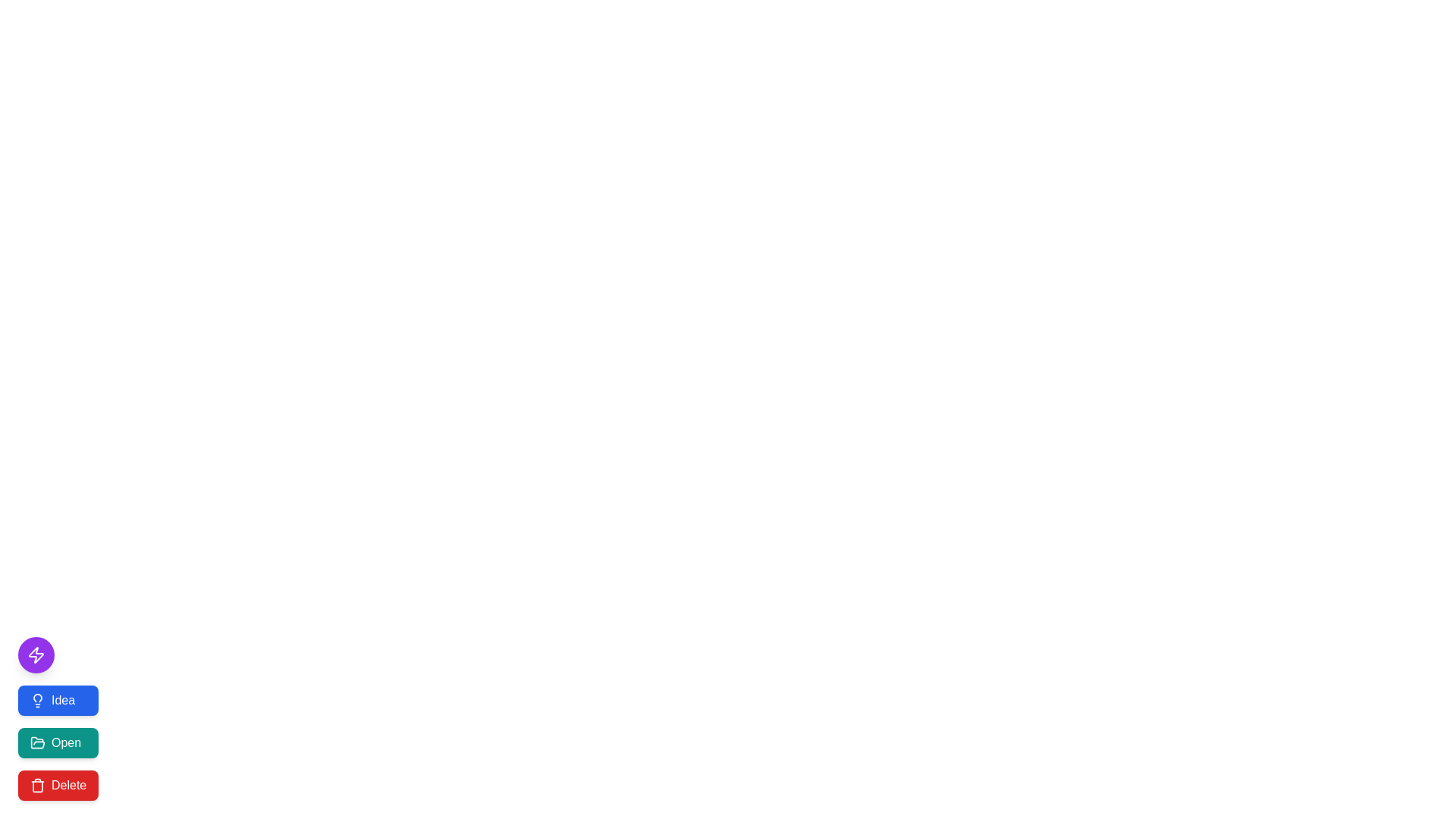 Image resolution: width=1456 pixels, height=819 pixels. What do you see at coordinates (37, 742) in the screenshot?
I see `the folder icon styled in a minimalist outline design with a teal background, located in the upper left portion of the 'Open' button` at bounding box center [37, 742].